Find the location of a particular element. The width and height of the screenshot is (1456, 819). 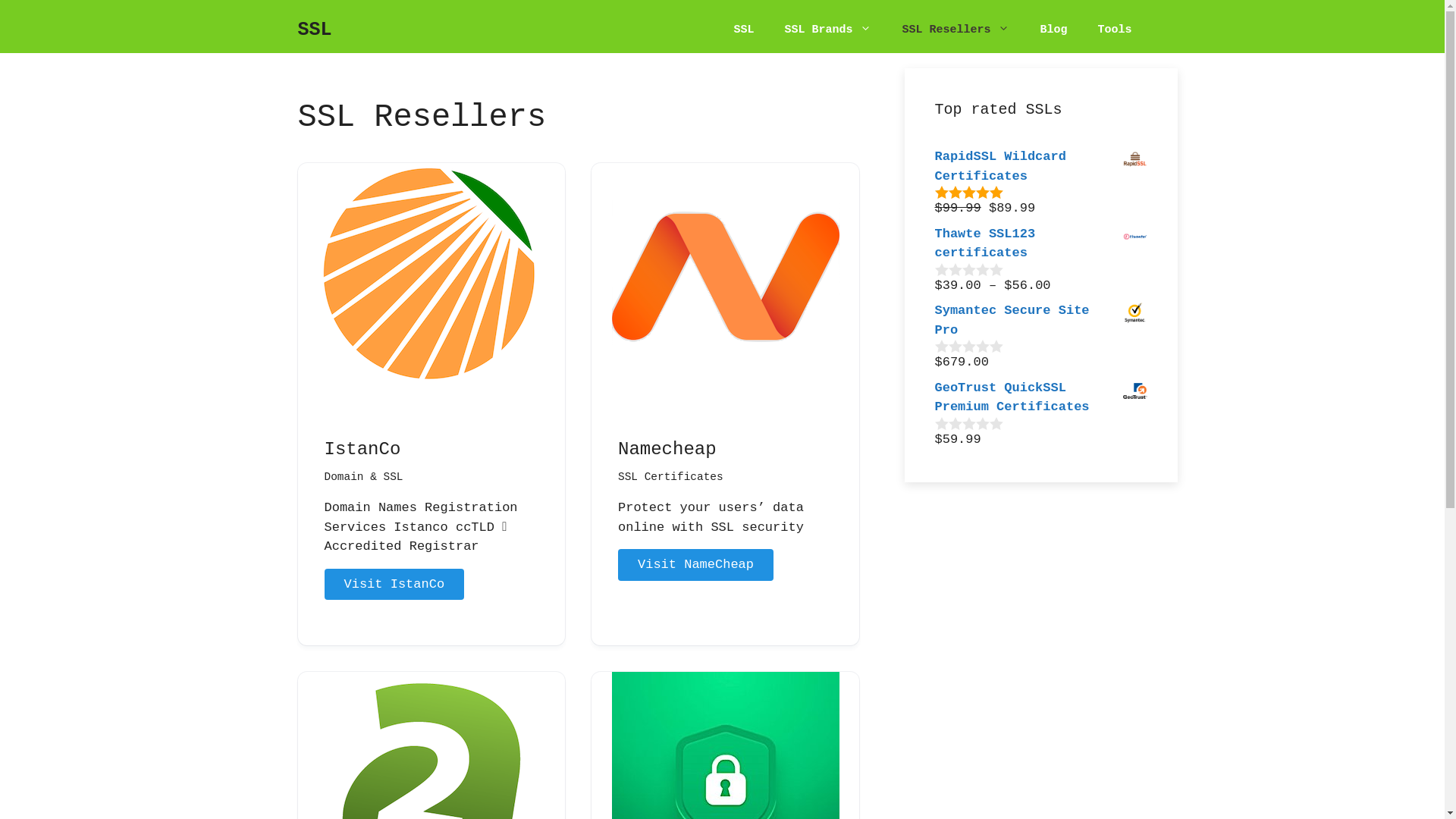

'GeoTrust QuickSSL Premium Certificates' is located at coordinates (934, 396).